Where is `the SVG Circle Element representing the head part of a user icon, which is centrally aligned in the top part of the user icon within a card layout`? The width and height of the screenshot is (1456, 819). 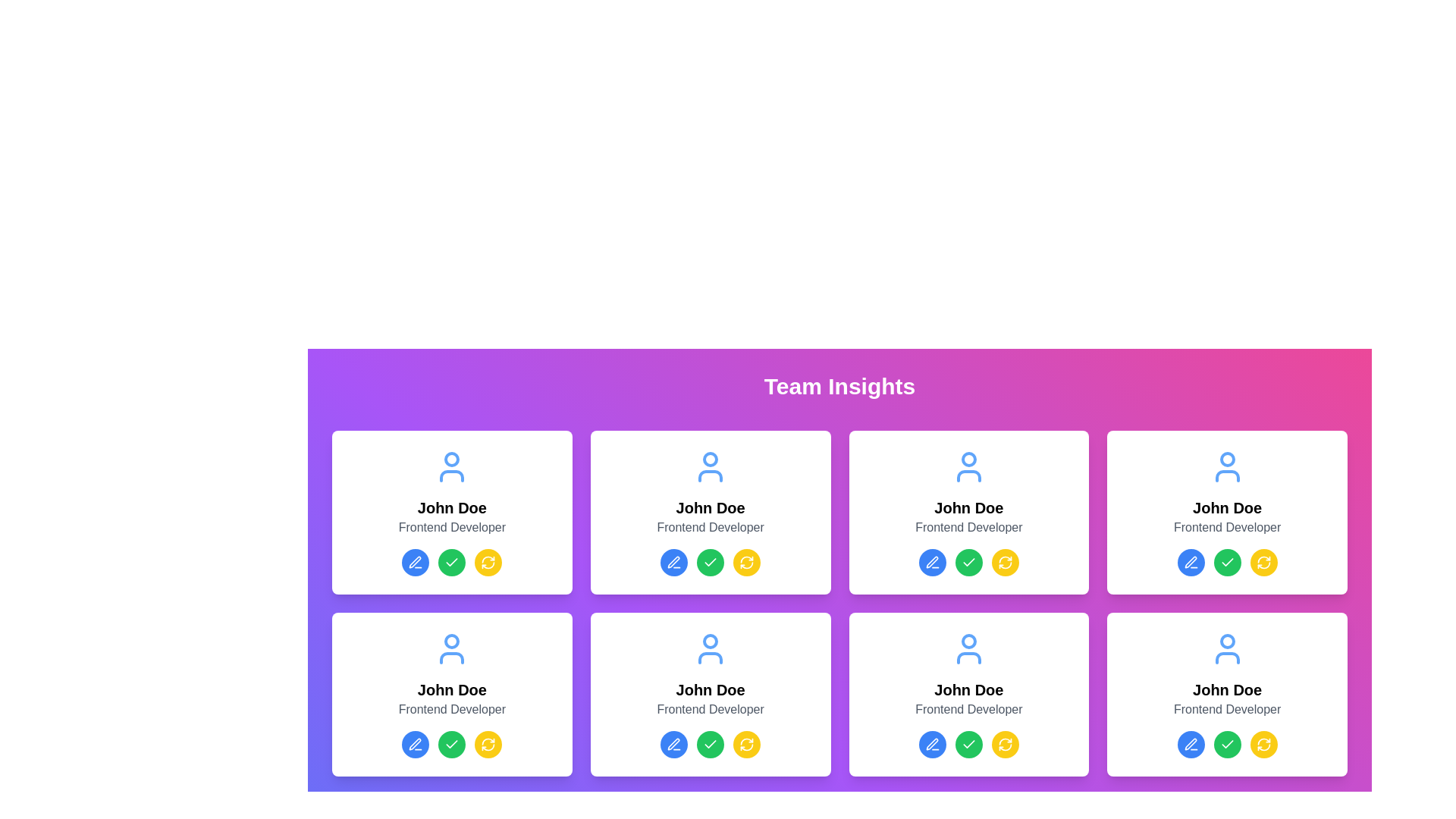 the SVG Circle Element representing the head part of a user icon, which is centrally aligned in the top part of the user icon within a card layout is located at coordinates (451, 641).